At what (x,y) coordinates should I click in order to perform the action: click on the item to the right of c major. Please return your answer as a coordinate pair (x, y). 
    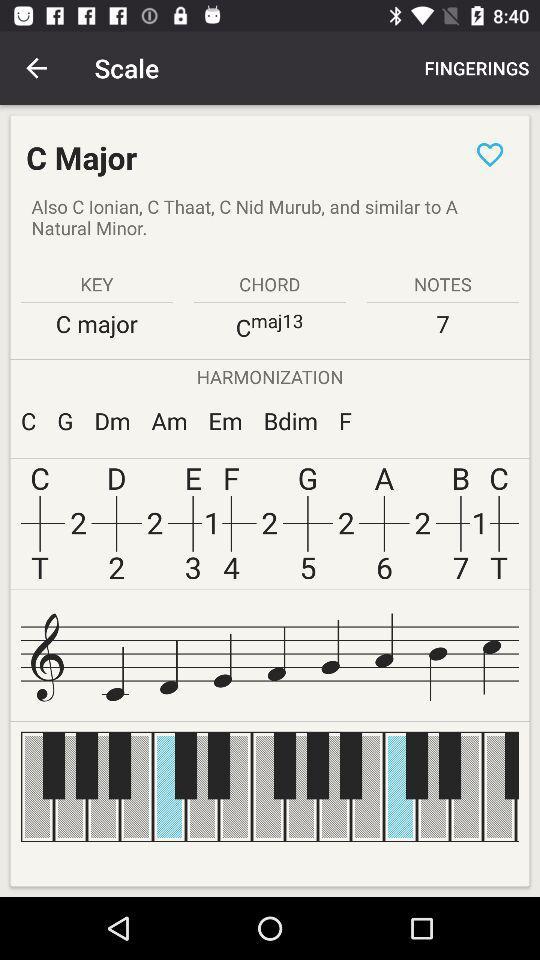
    Looking at the image, I should click on (489, 153).